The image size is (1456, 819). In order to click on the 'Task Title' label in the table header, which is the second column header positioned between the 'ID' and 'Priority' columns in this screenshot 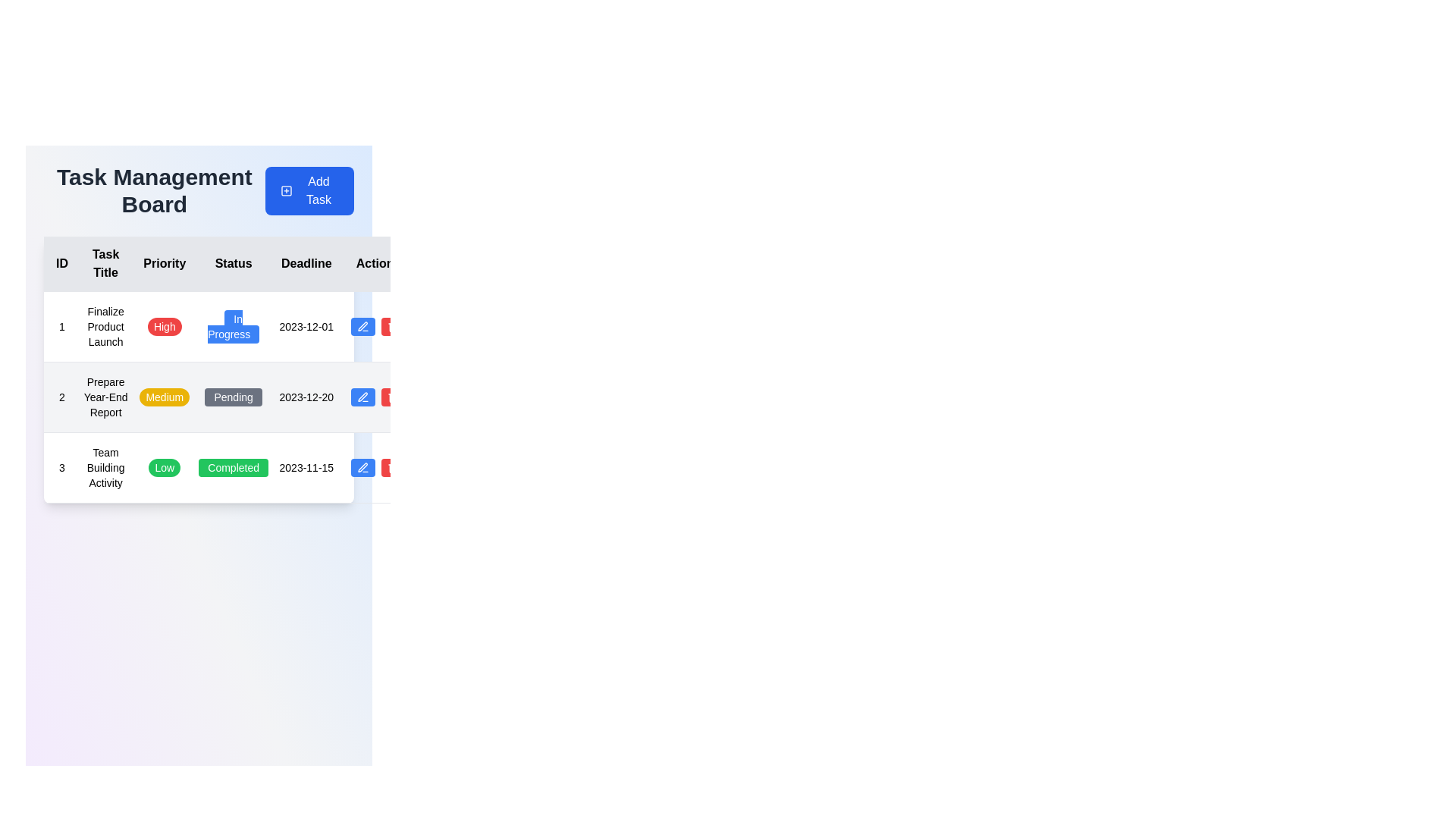, I will do `click(105, 263)`.